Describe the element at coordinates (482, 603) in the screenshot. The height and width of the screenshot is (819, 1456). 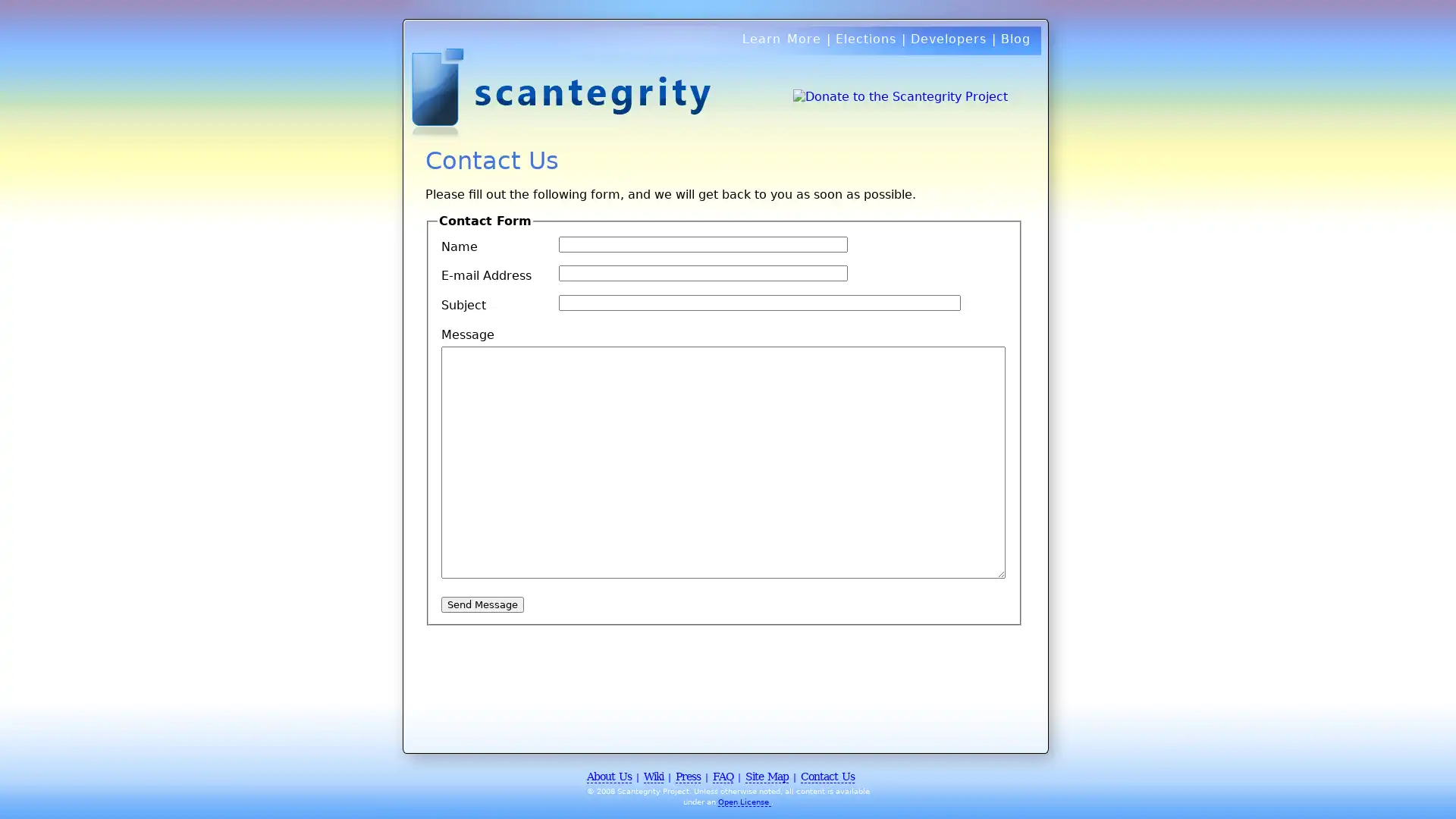
I see `Send Message` at that location.